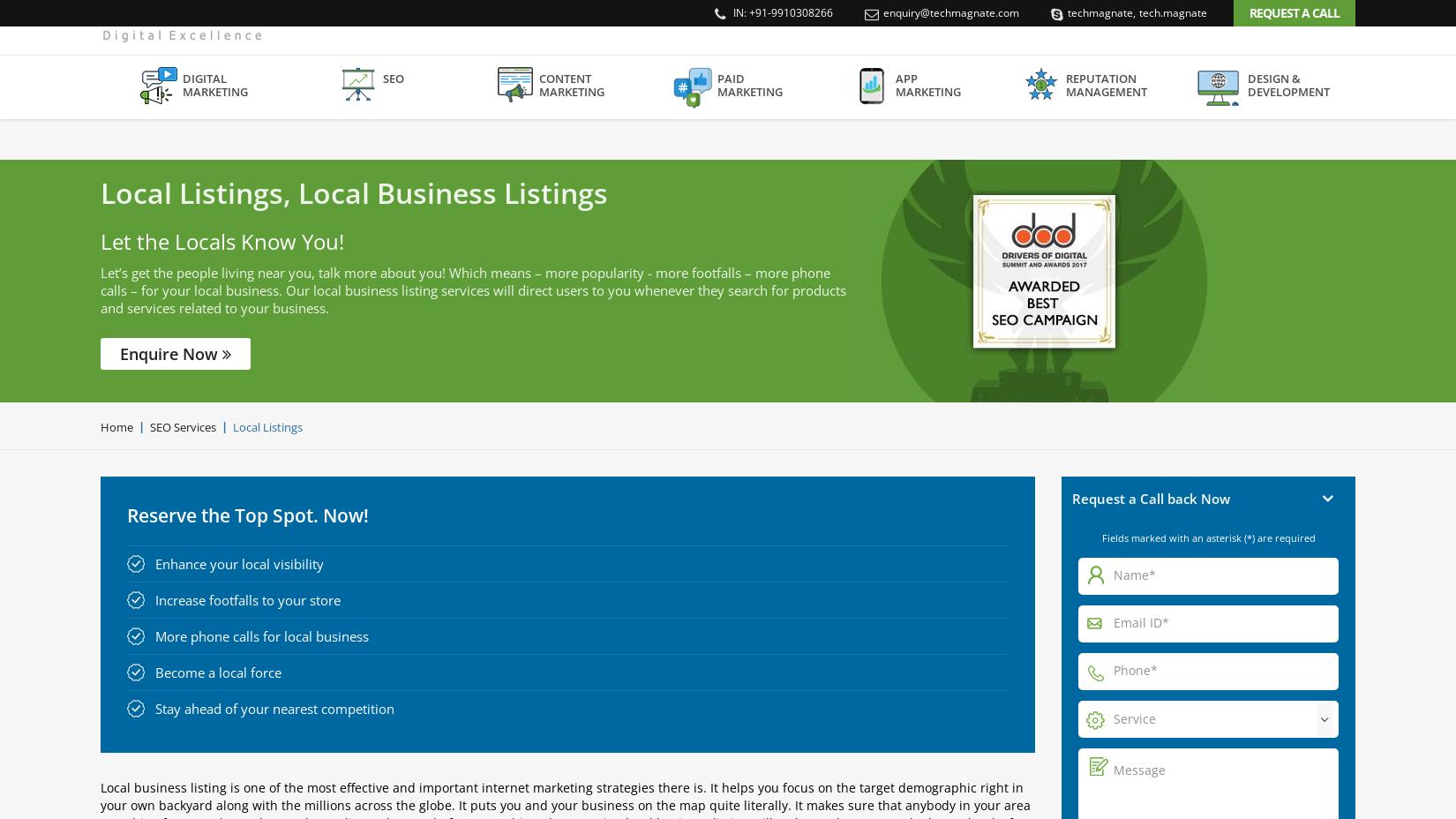 The image size is (1456, 819). What do you see at coordinates (564, 119) in the screenshot?
I see `'Content'` at bounding box center [564, 119].